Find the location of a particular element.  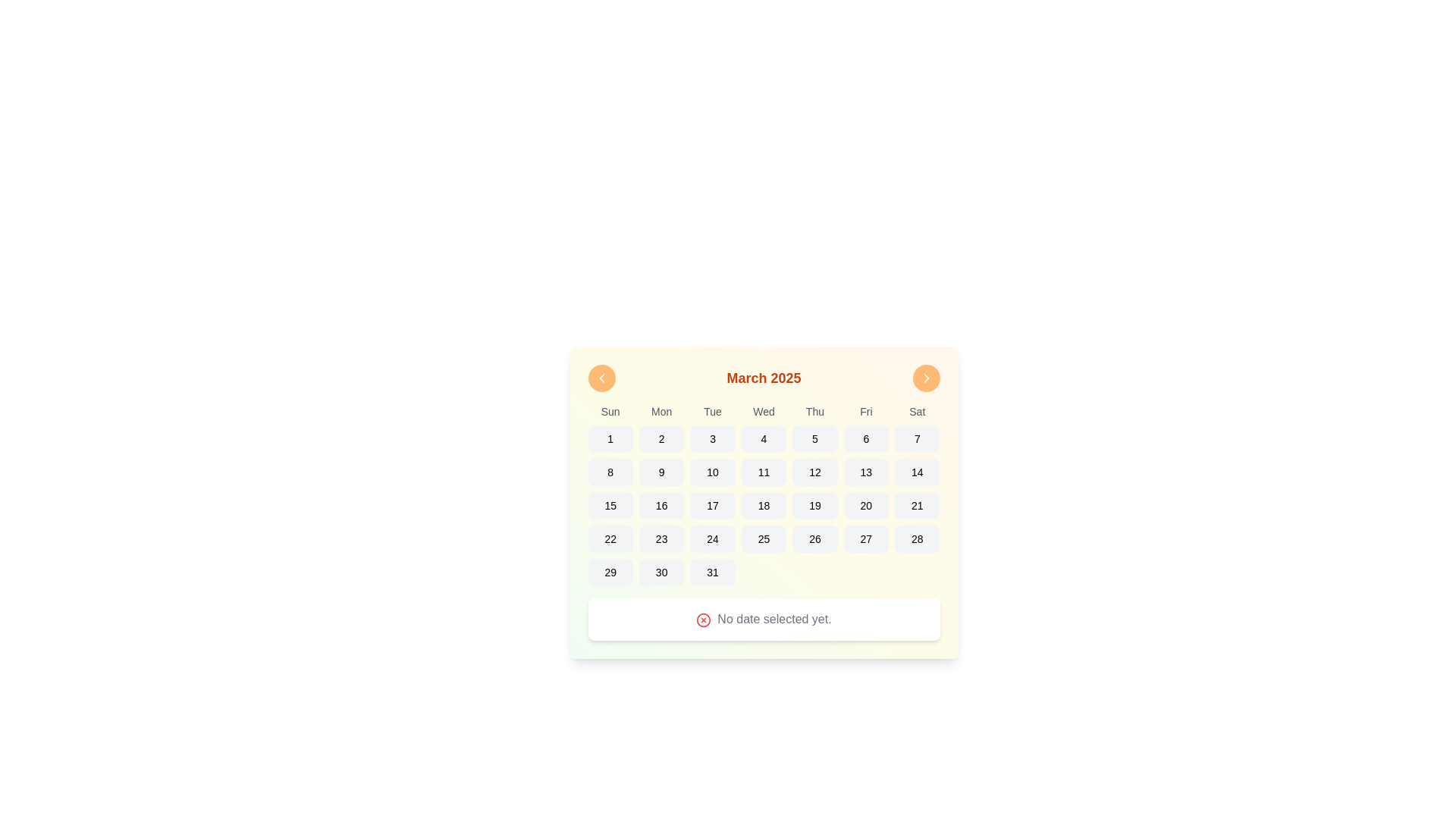

the interactive button representing March 1st, located in the first row and first column of the calendar grid under the 'Sun' header is located at coordinates (610, 438).